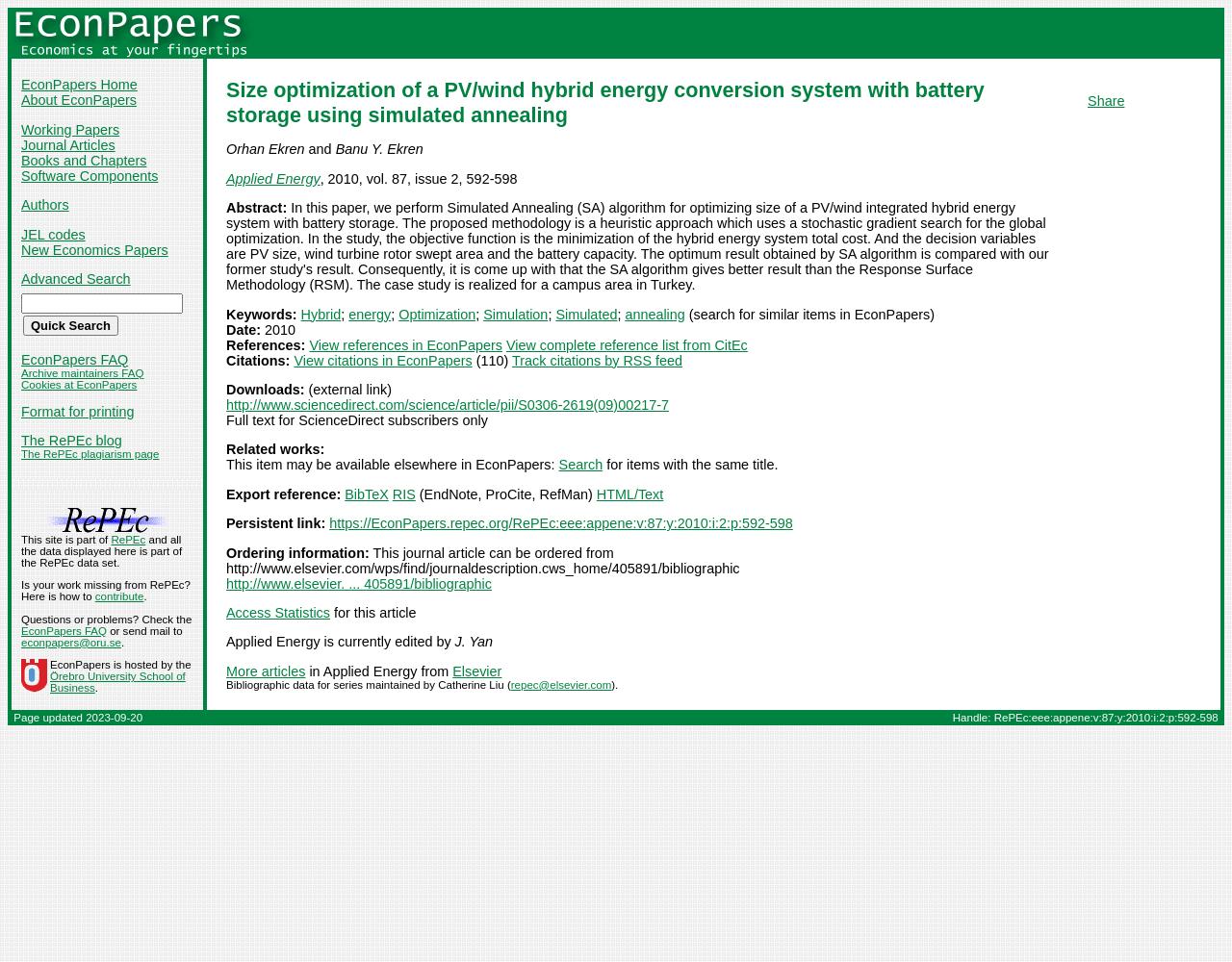 This screenshot has width=1232, height=962. Describe the element at coordinates (93, 249) in the screenshot. I see `'New Economics Papers'` at that location.